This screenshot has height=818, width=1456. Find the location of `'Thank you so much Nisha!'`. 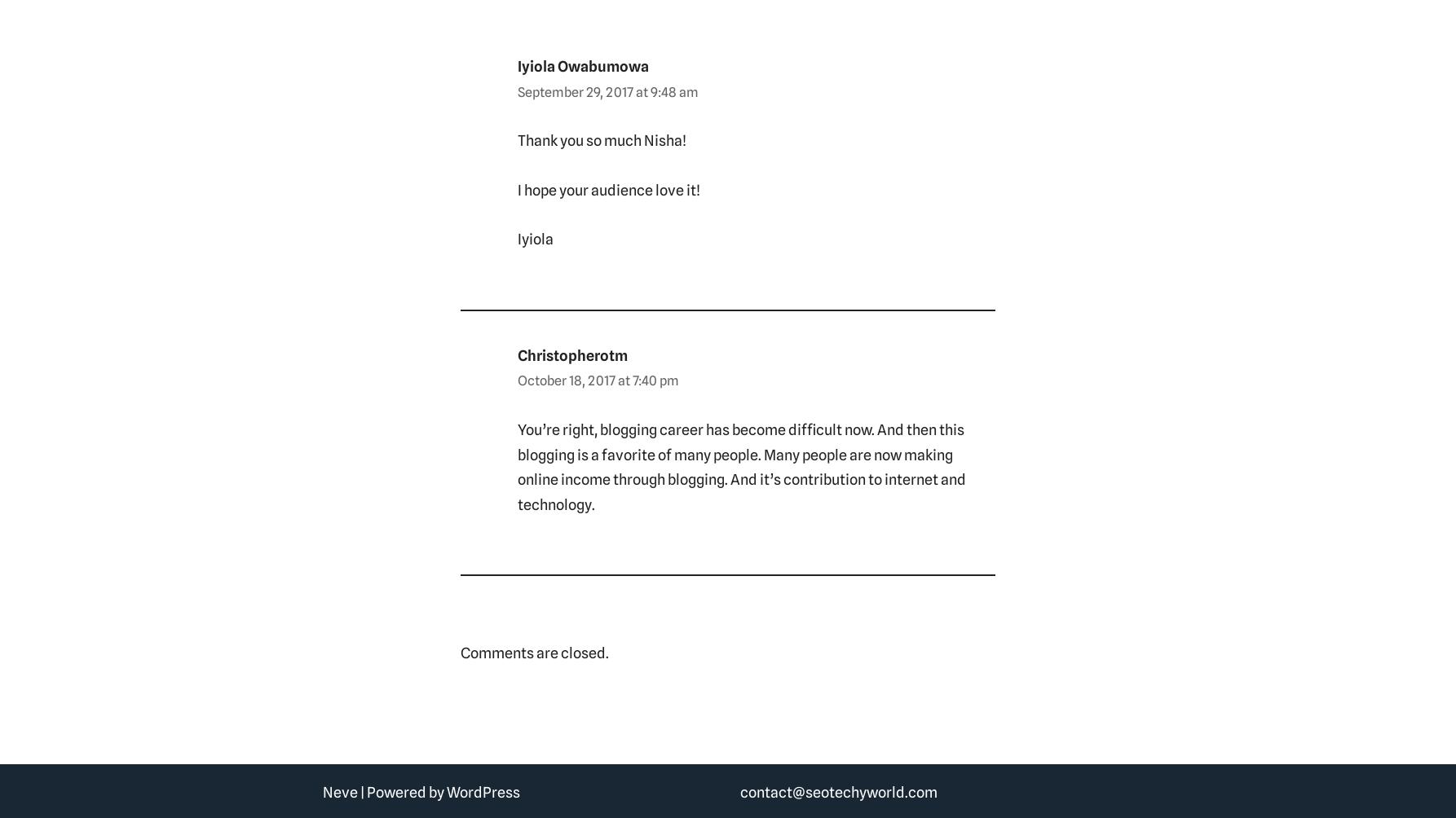

'Thank you so much Nisha!' is located at coordinates (517, 139).